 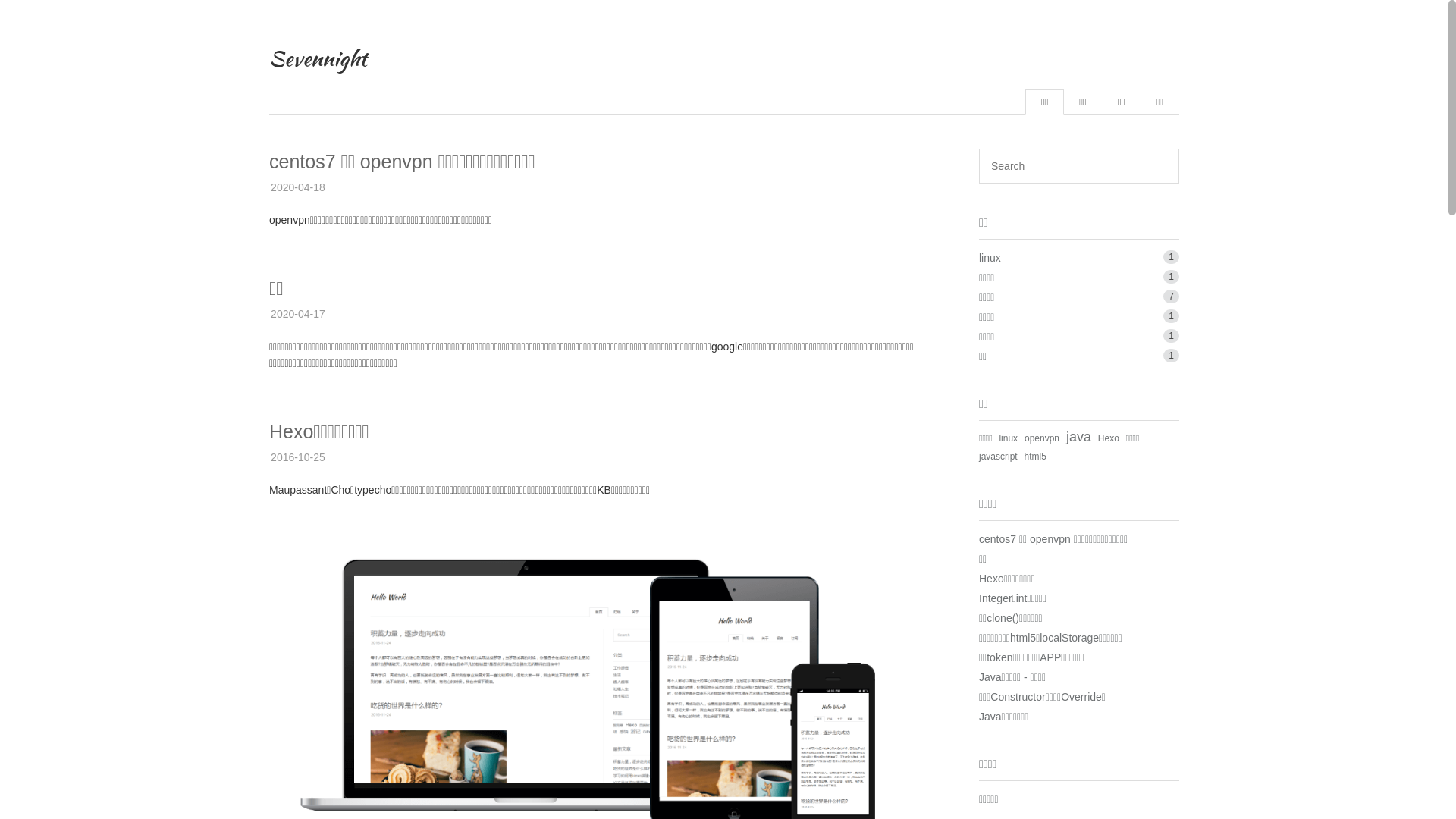 What do you see at coordinates (1040, 438) in the screenshot?
I see `'openvpn'` at bounding box center [1040, 438].